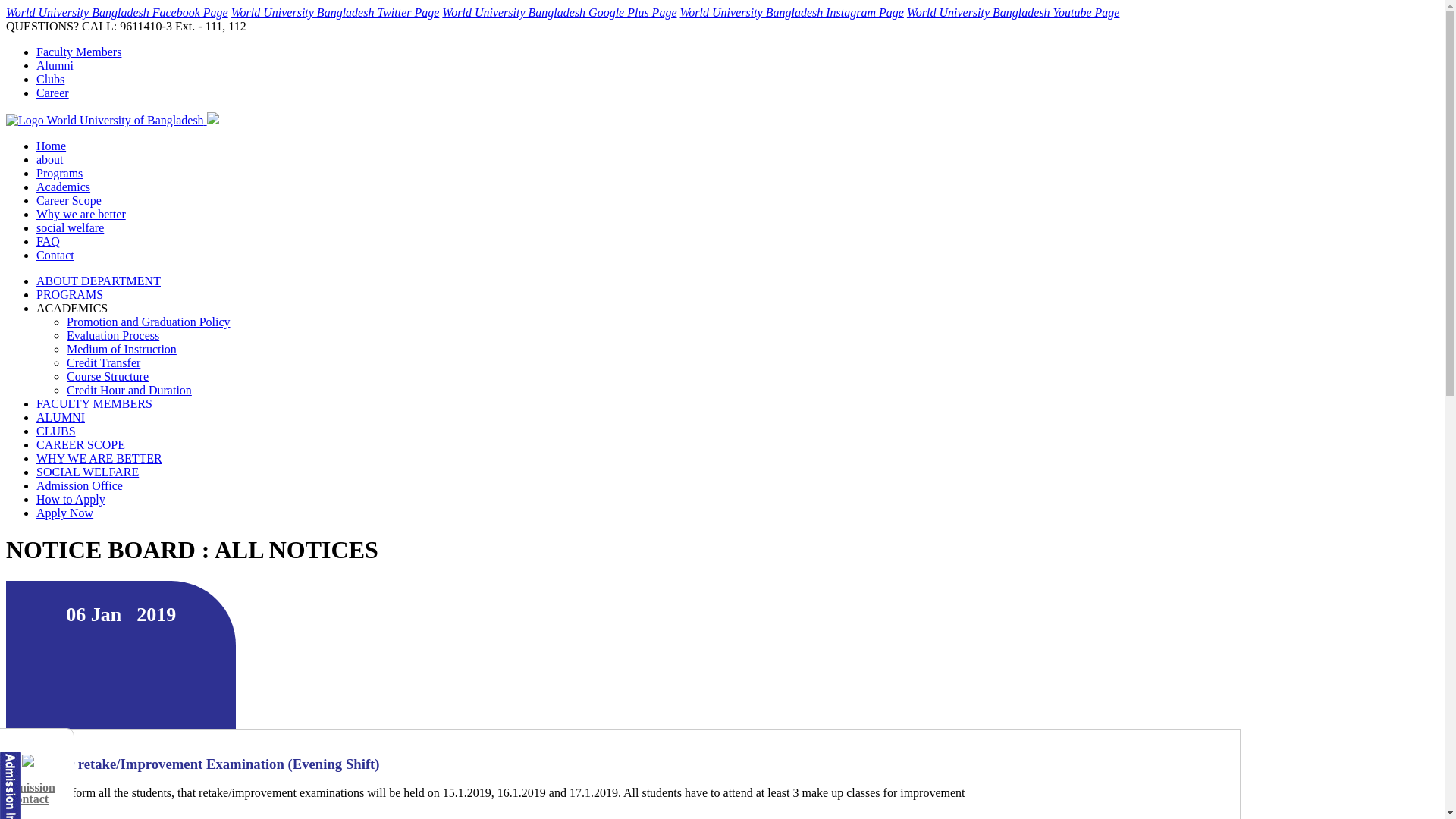 Image resolution: width=1456 pixels, height=819 pixels. What do you see at coordinates (55, 431) in the screenshot?
I see `'CLUBS'` at bounding box center [55, 431].